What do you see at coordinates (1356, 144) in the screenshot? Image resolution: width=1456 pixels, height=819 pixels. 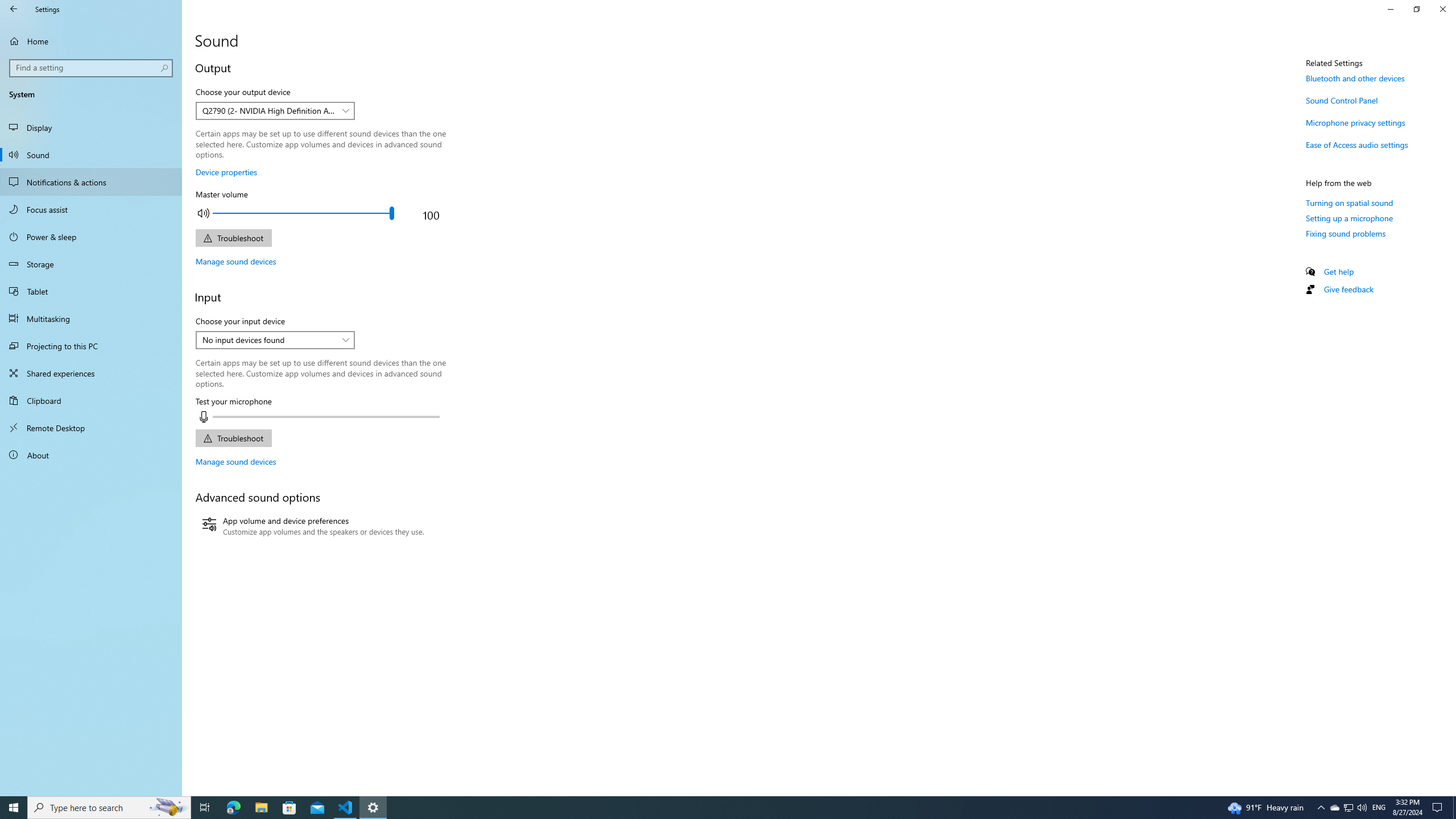 I see `'Ease of Access audio settings'` at bounding box center [1356, 144].